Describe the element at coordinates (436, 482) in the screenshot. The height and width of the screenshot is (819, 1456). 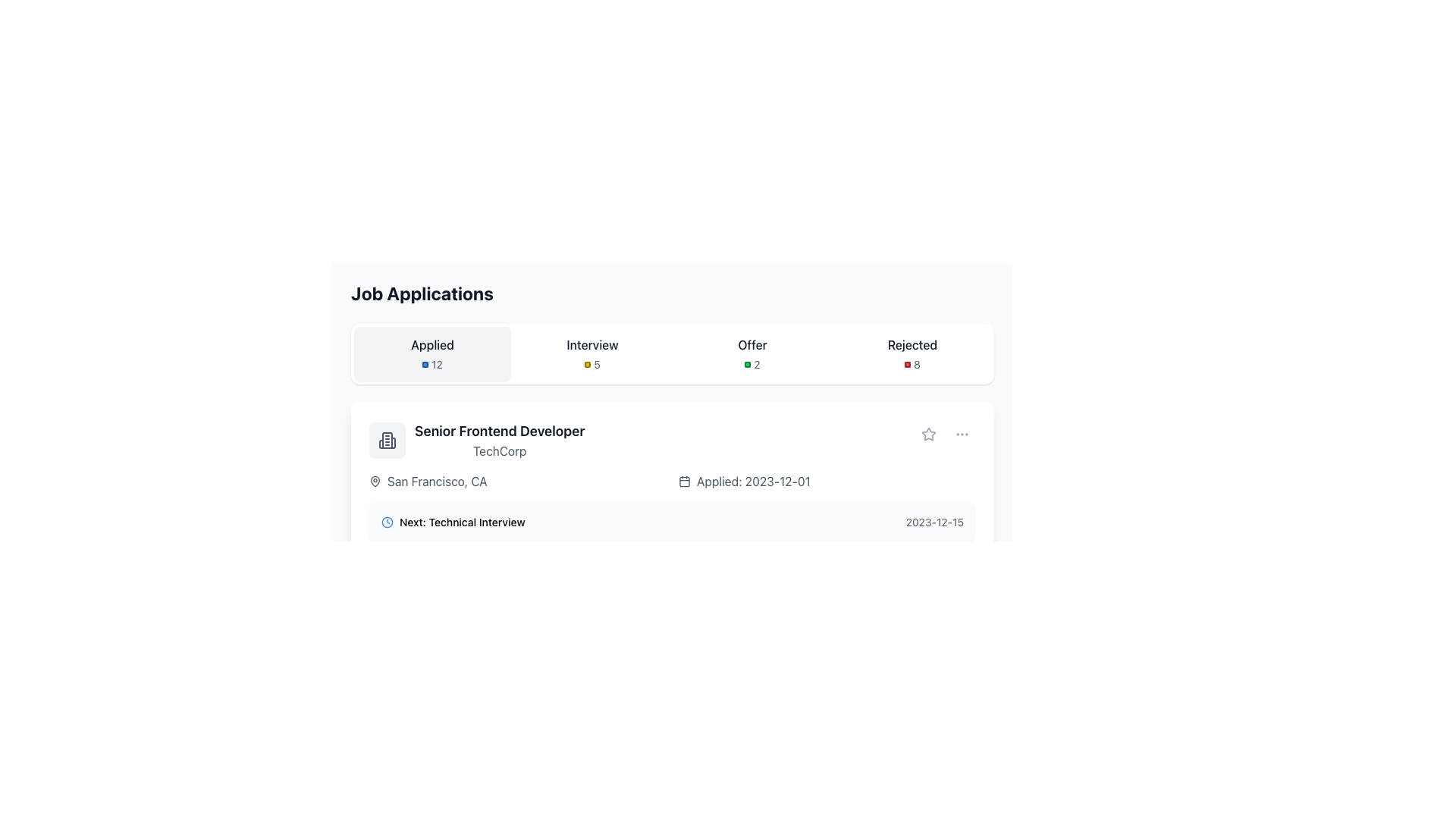
I see `the text label 'San Francisco, CA' which is styled in dark gray and positioned next to a map pin icon, as it may function as a link to a map or location-related page` at that location.